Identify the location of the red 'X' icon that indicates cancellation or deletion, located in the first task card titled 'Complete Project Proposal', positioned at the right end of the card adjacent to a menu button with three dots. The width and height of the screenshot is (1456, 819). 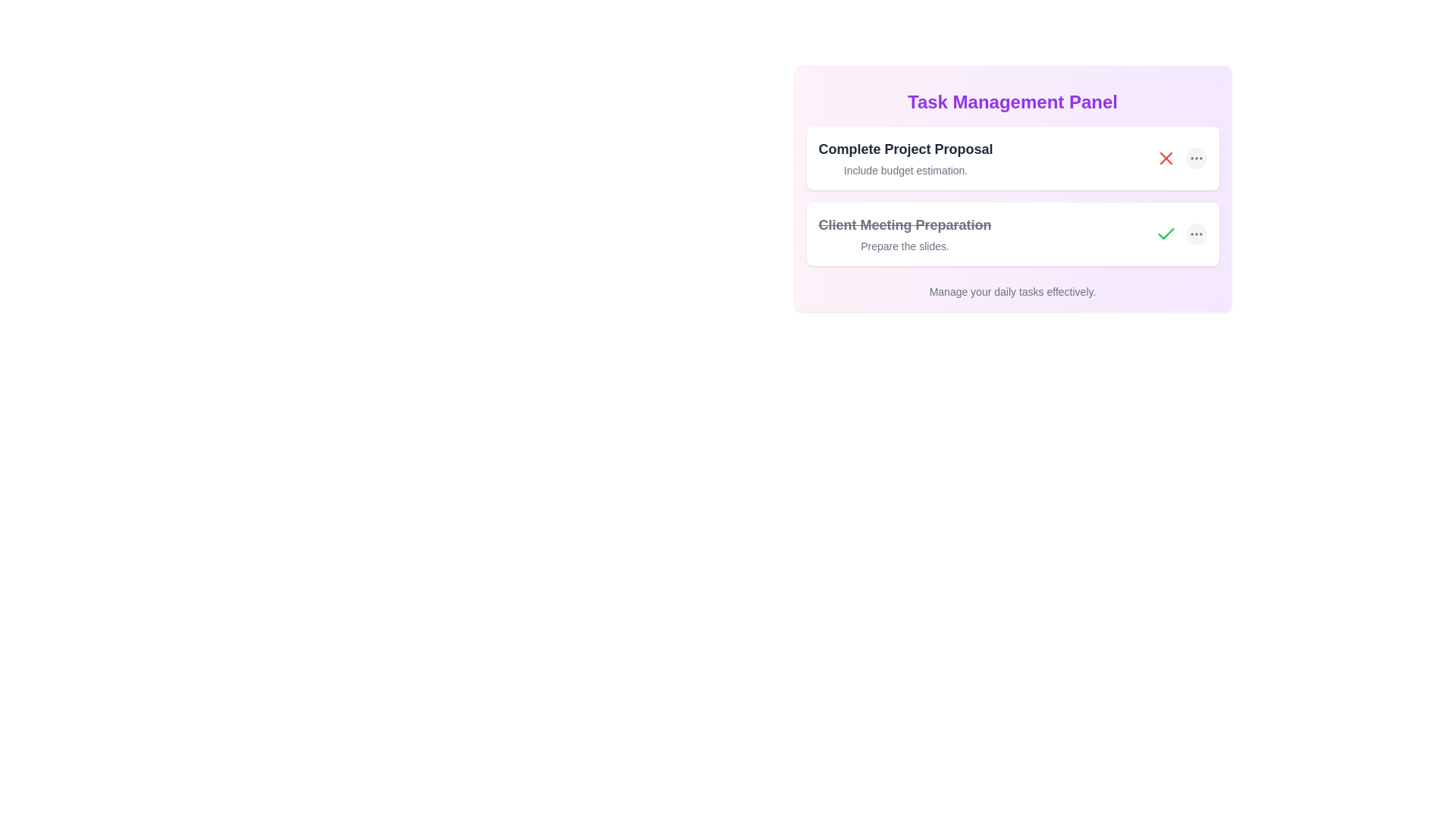
(1165, 158).